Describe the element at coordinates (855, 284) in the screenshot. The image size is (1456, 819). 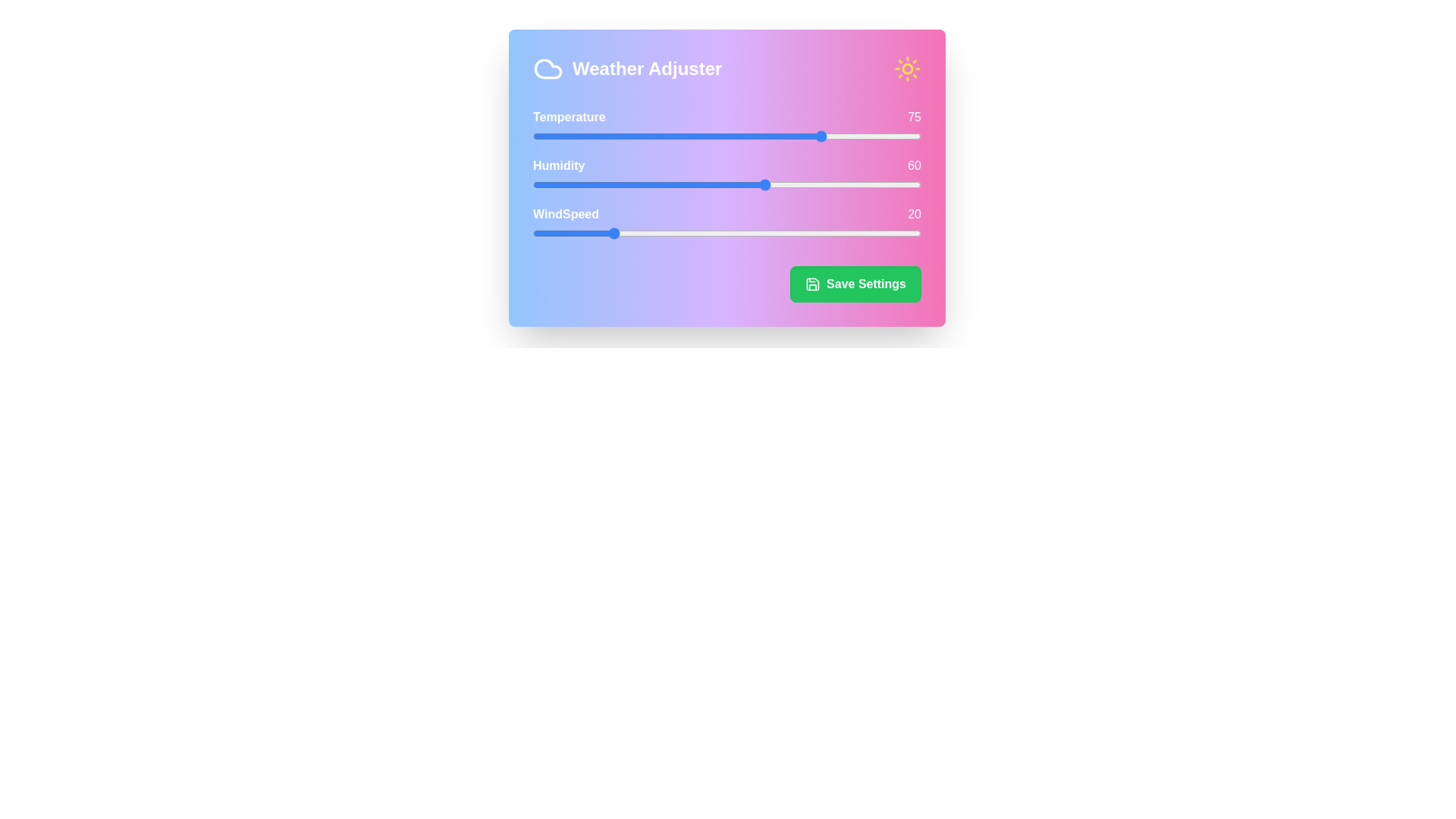
I see `the distinct green 'Save Settings' button with a disk icon located at the bottom-right section of the 'Weather Adjuster' control interface` at that location.